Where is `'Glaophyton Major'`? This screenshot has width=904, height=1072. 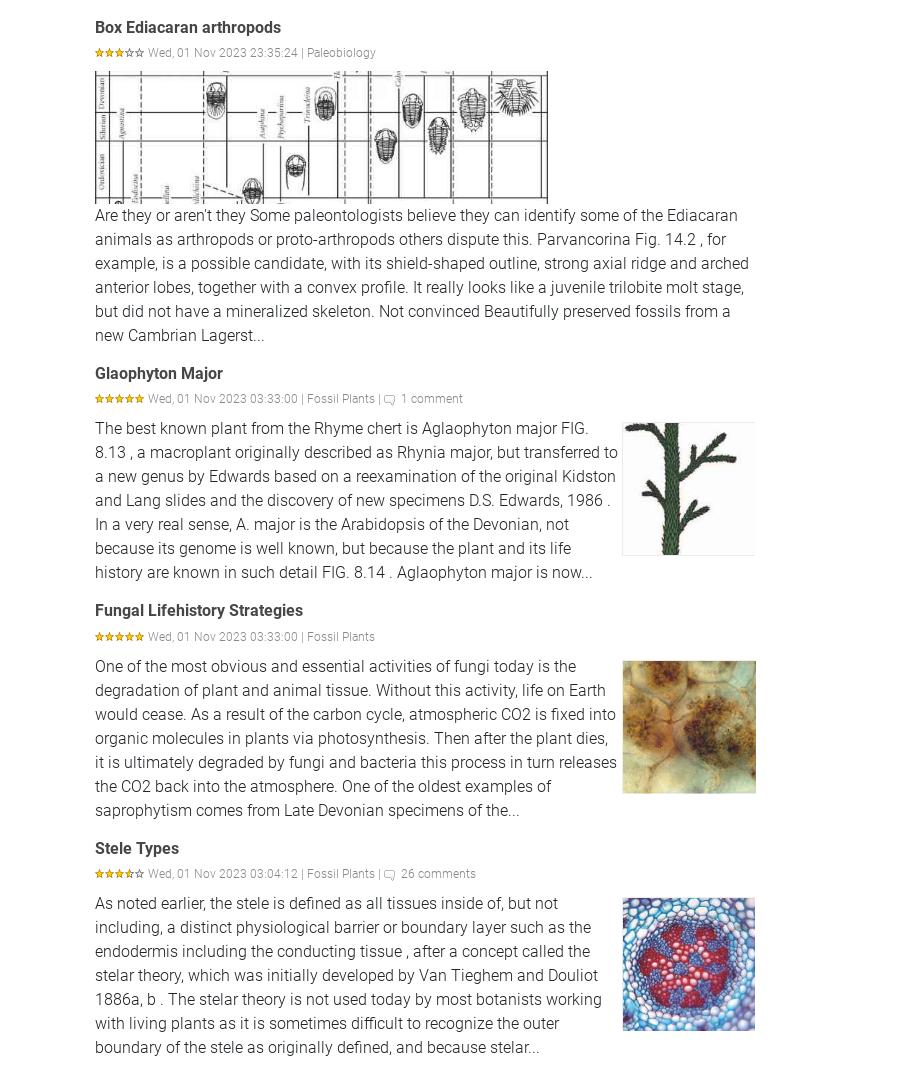 'Glaophyton Major' is located at coordinates (158, 373).